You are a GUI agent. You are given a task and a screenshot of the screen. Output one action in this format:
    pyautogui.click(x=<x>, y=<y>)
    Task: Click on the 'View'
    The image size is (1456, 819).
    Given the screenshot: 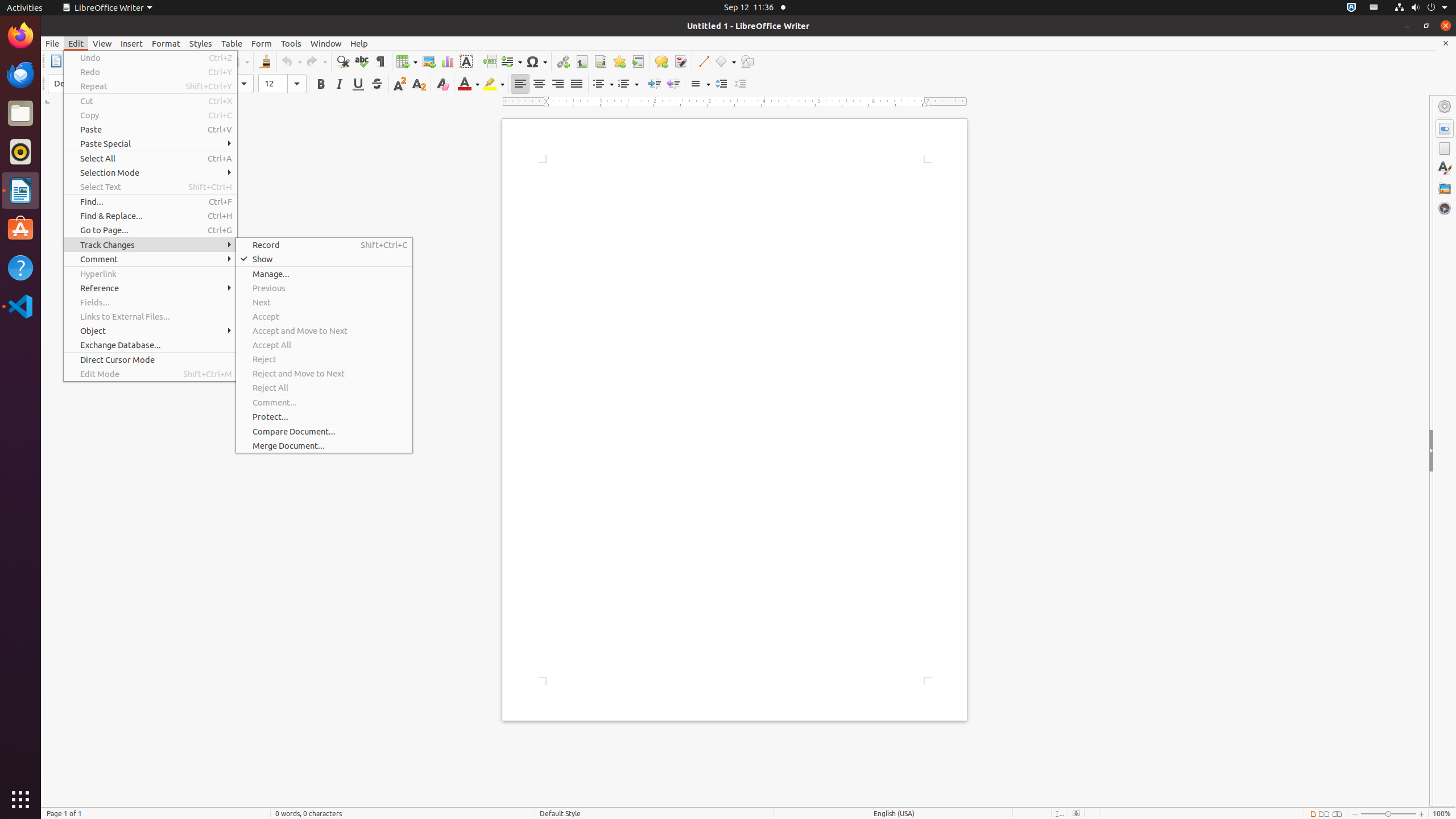 What is the action you would take?
    pyautogui.click(x=102, y=43)
    